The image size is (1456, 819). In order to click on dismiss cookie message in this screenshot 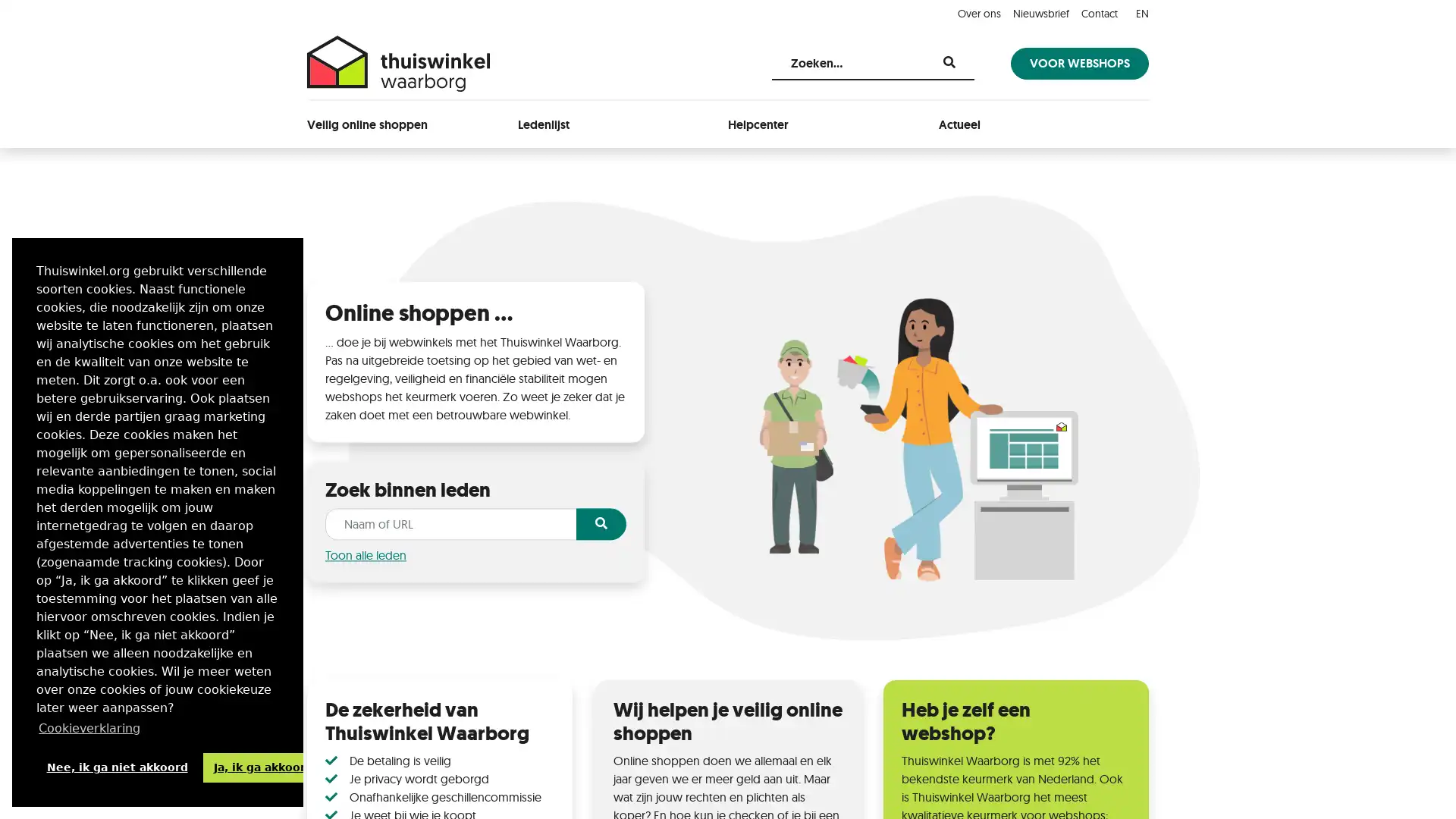, I will do `click(116, 767)`.